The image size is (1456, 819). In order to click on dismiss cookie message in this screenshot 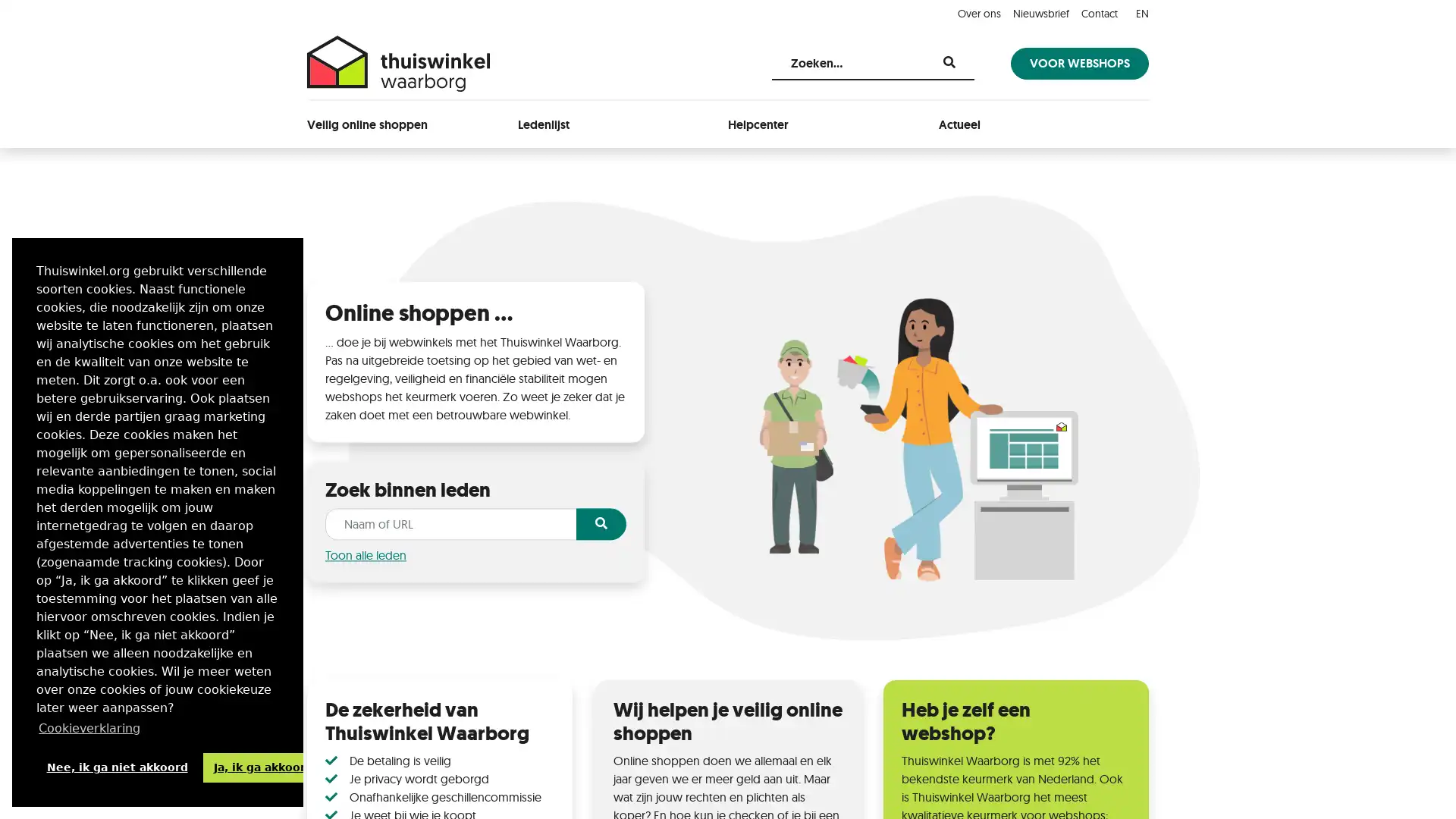, I will do `click(116, 767)`.